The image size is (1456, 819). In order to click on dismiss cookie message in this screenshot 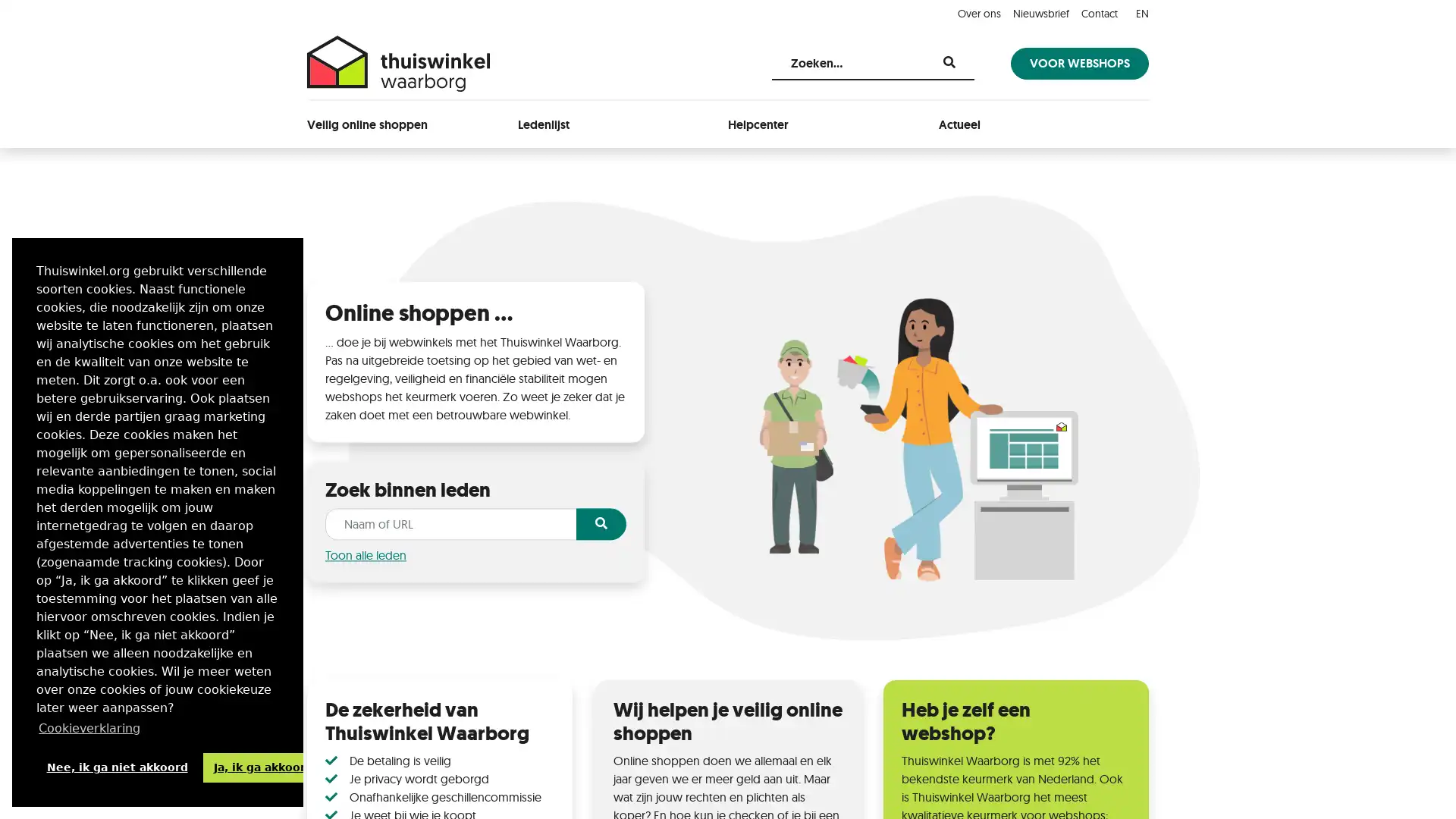, I will do `click(116, 767)`.